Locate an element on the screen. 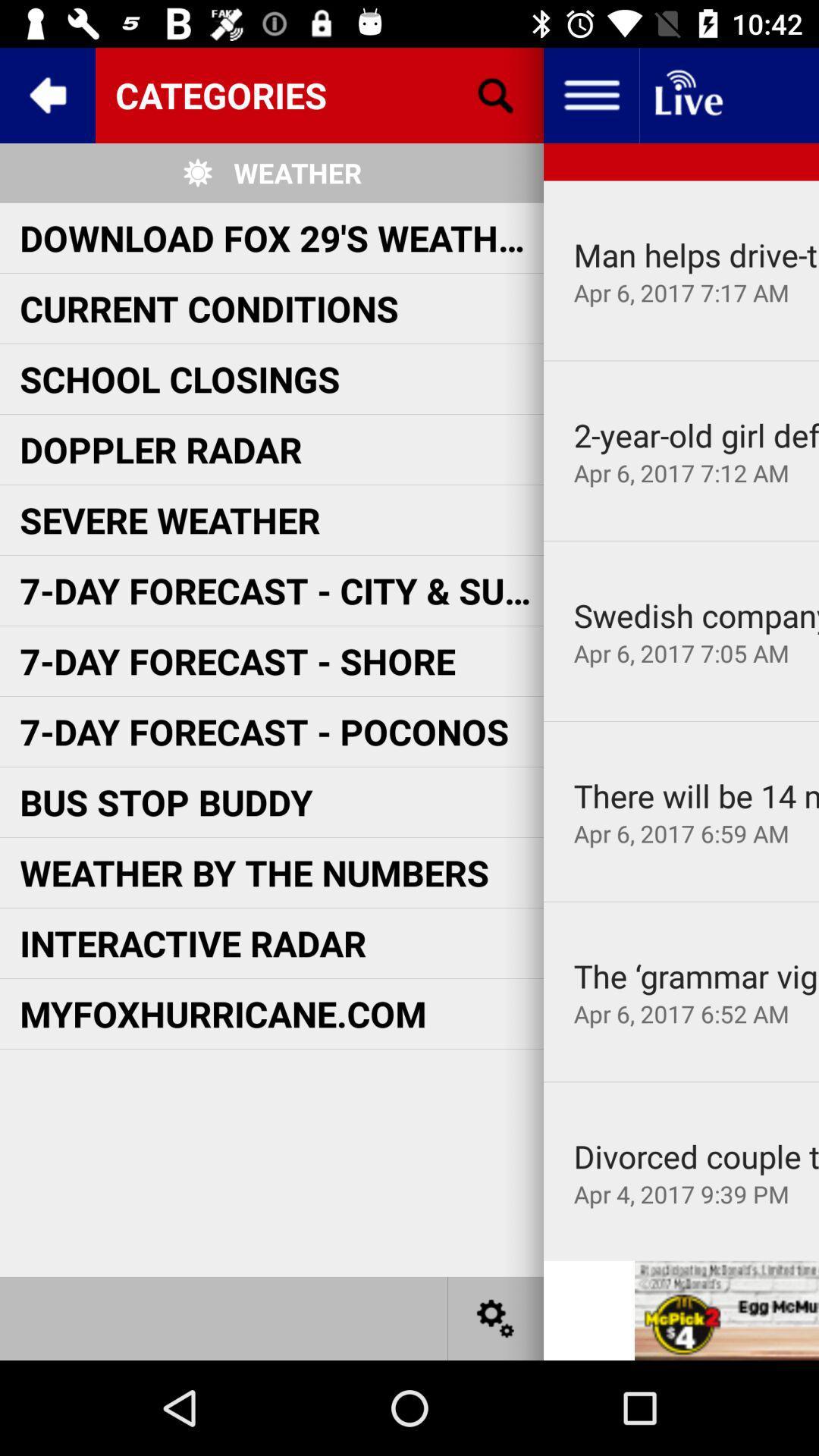 The image size is (819, 1456). the icon above the 7 day forecast is located at coordinates (680, 541).